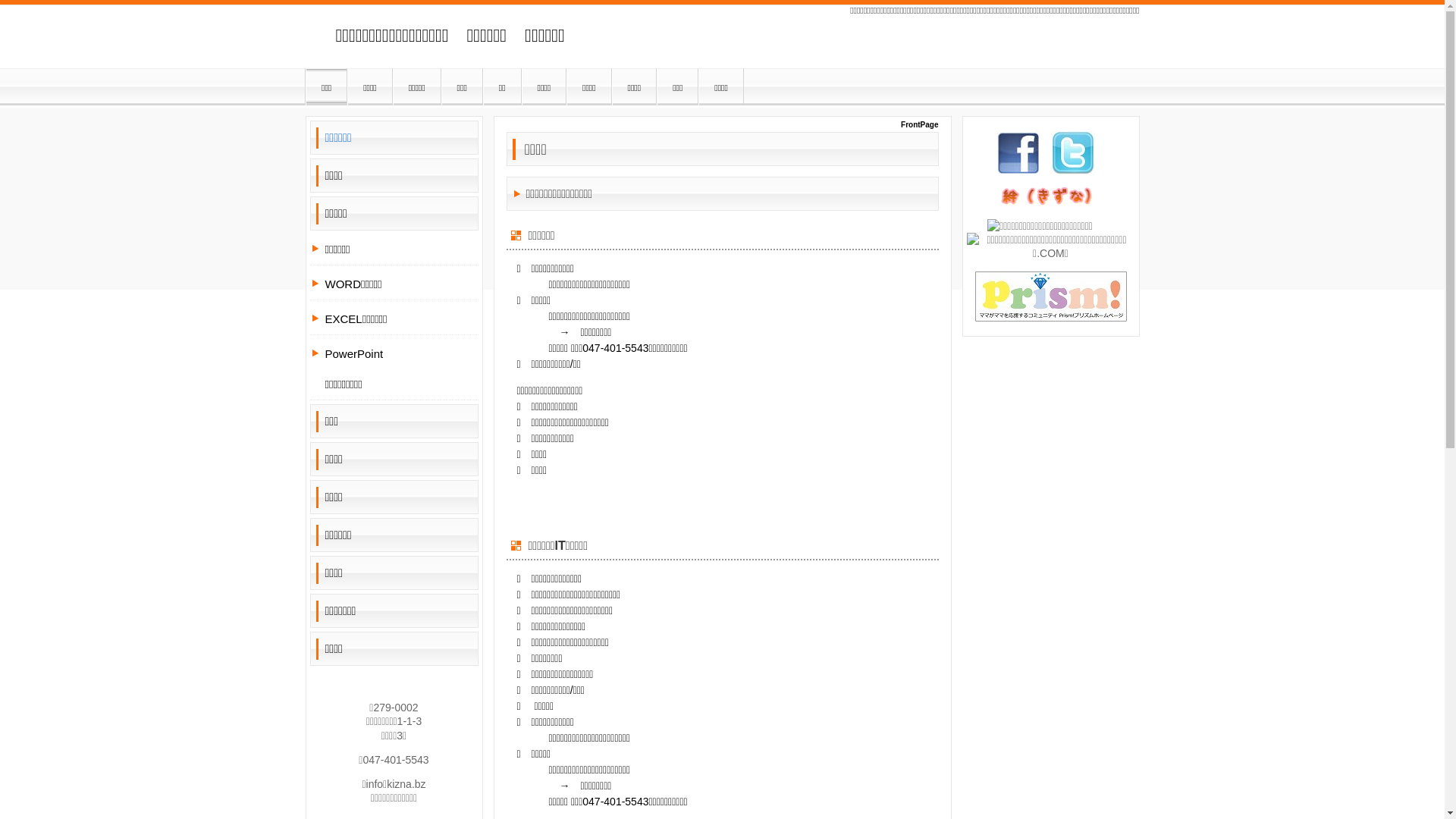  What do you see at coordinates (1018, 152) in the screenshot?
I see `'fb'` at bounding box center [1018, 152].